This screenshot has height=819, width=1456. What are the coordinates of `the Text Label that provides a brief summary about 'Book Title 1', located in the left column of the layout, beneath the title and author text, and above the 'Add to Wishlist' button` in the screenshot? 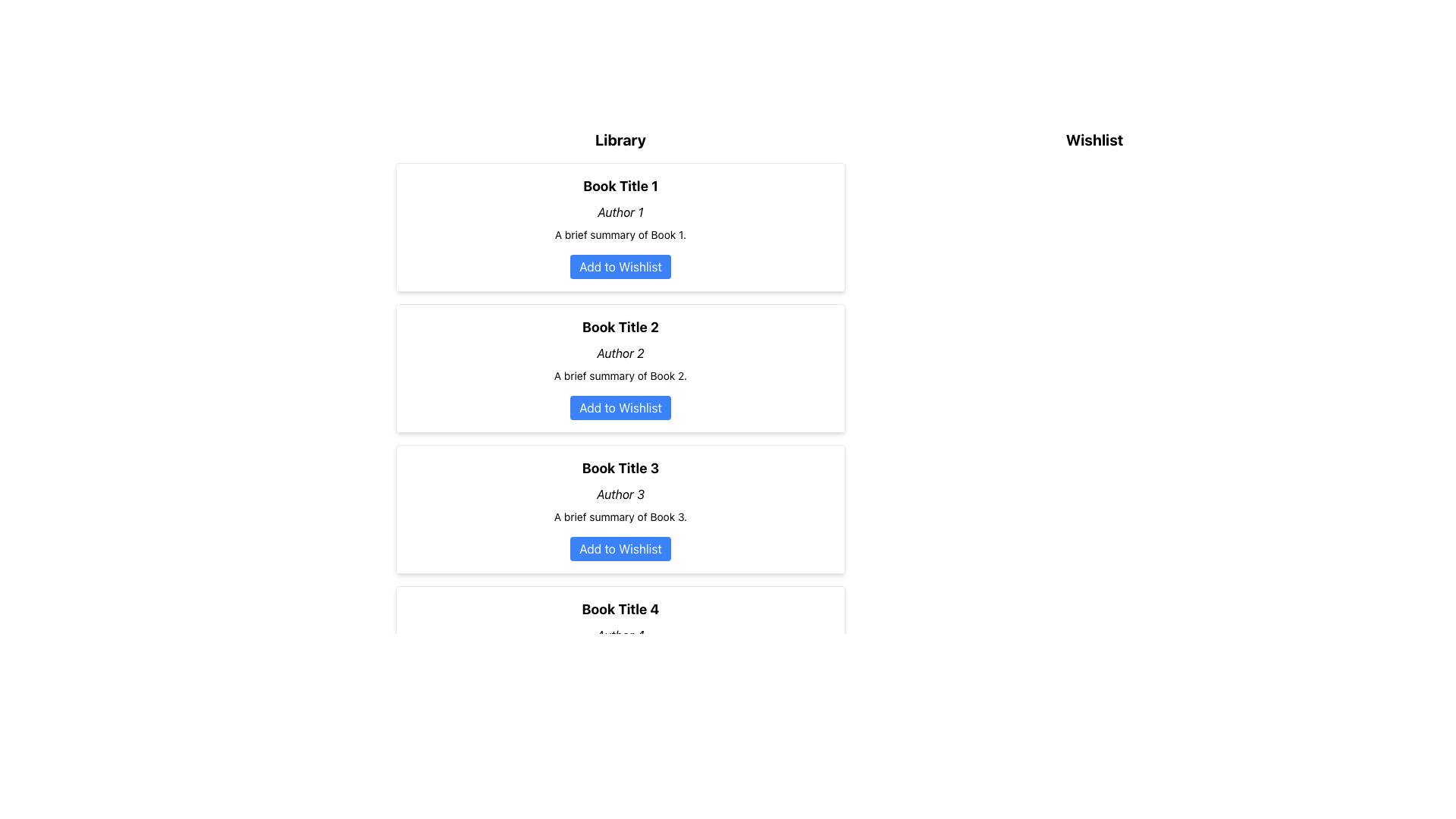 It's located at (620, 234).